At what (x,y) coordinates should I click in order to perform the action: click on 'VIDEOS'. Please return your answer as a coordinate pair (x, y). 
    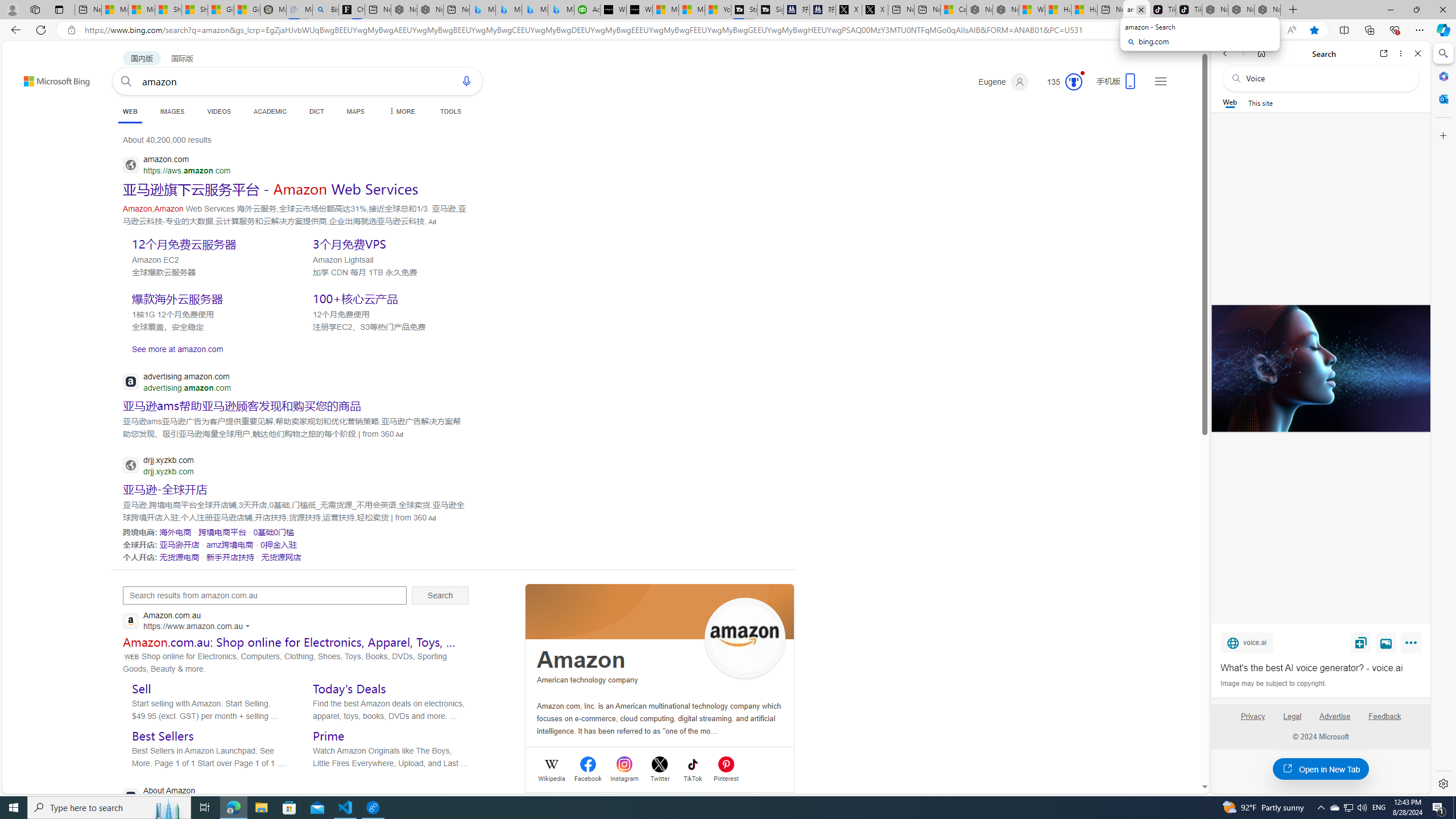
    Looking at the image, I should click on (218, 111).